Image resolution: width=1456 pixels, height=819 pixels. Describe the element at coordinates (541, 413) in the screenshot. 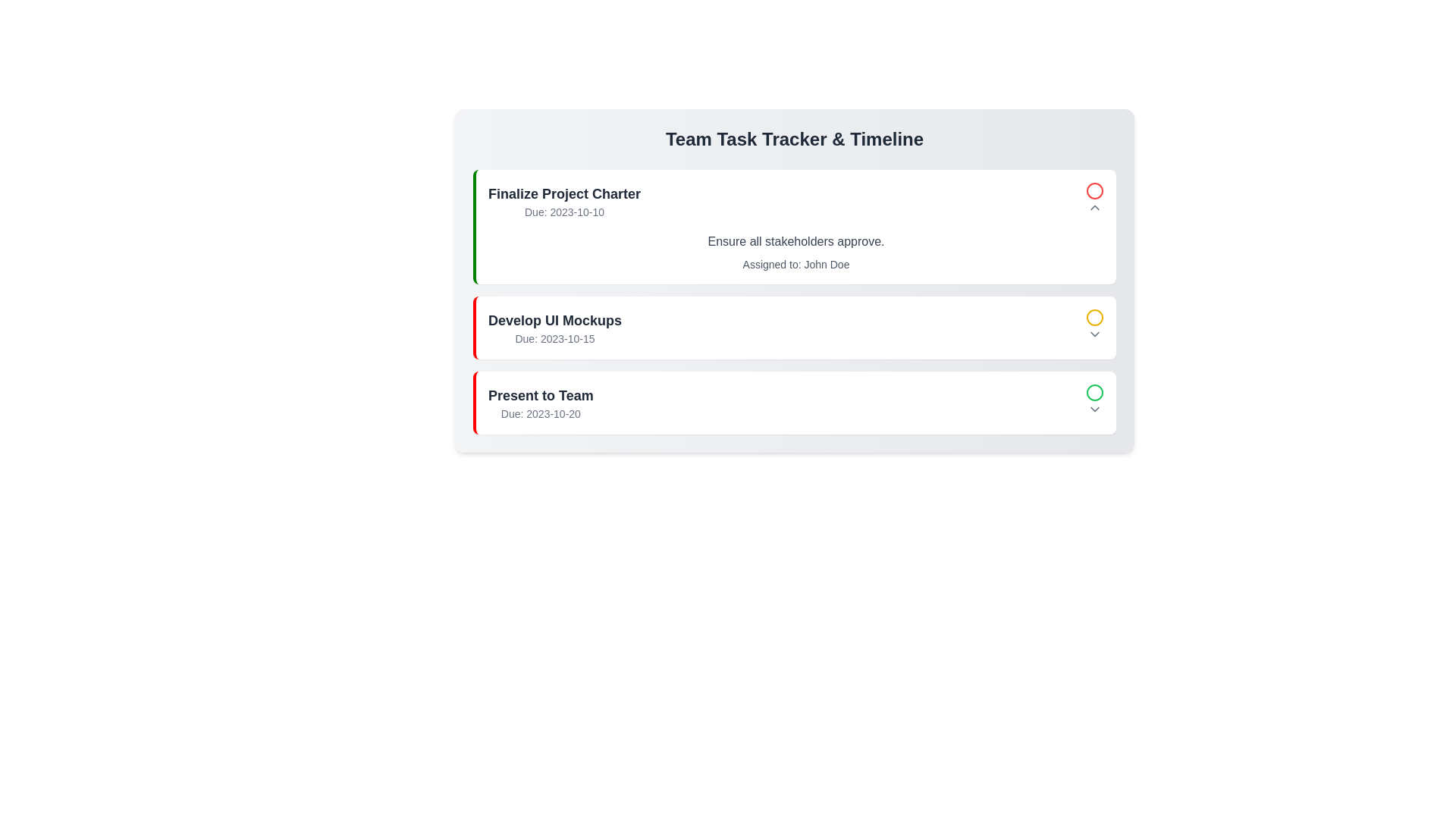

I see `the text label displaying 'Due: 2023-10-20', which is located directly under the title 'Present to Team'` at that location.